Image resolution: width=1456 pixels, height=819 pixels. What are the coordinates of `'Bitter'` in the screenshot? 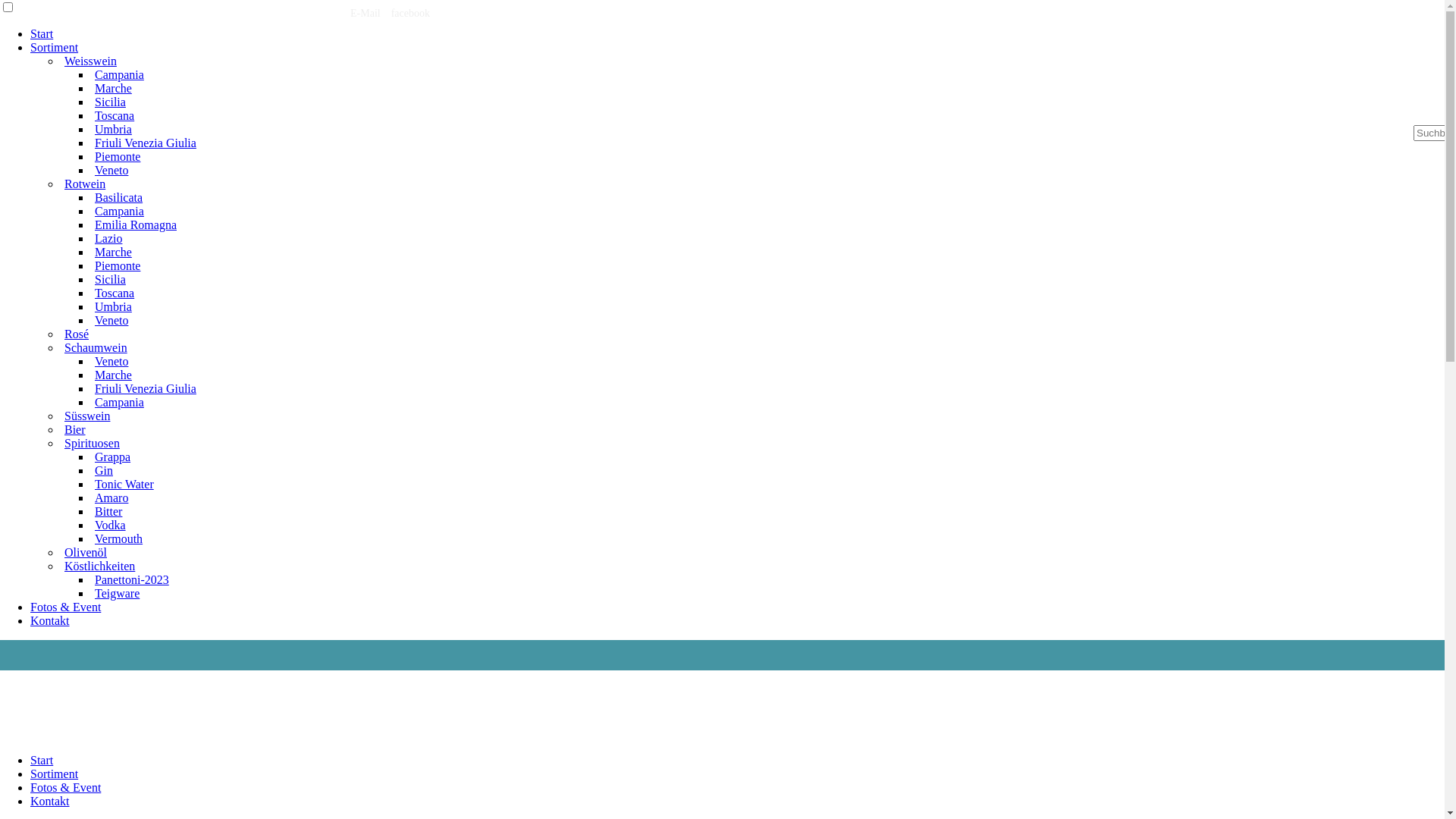 It's located at (108, 511).